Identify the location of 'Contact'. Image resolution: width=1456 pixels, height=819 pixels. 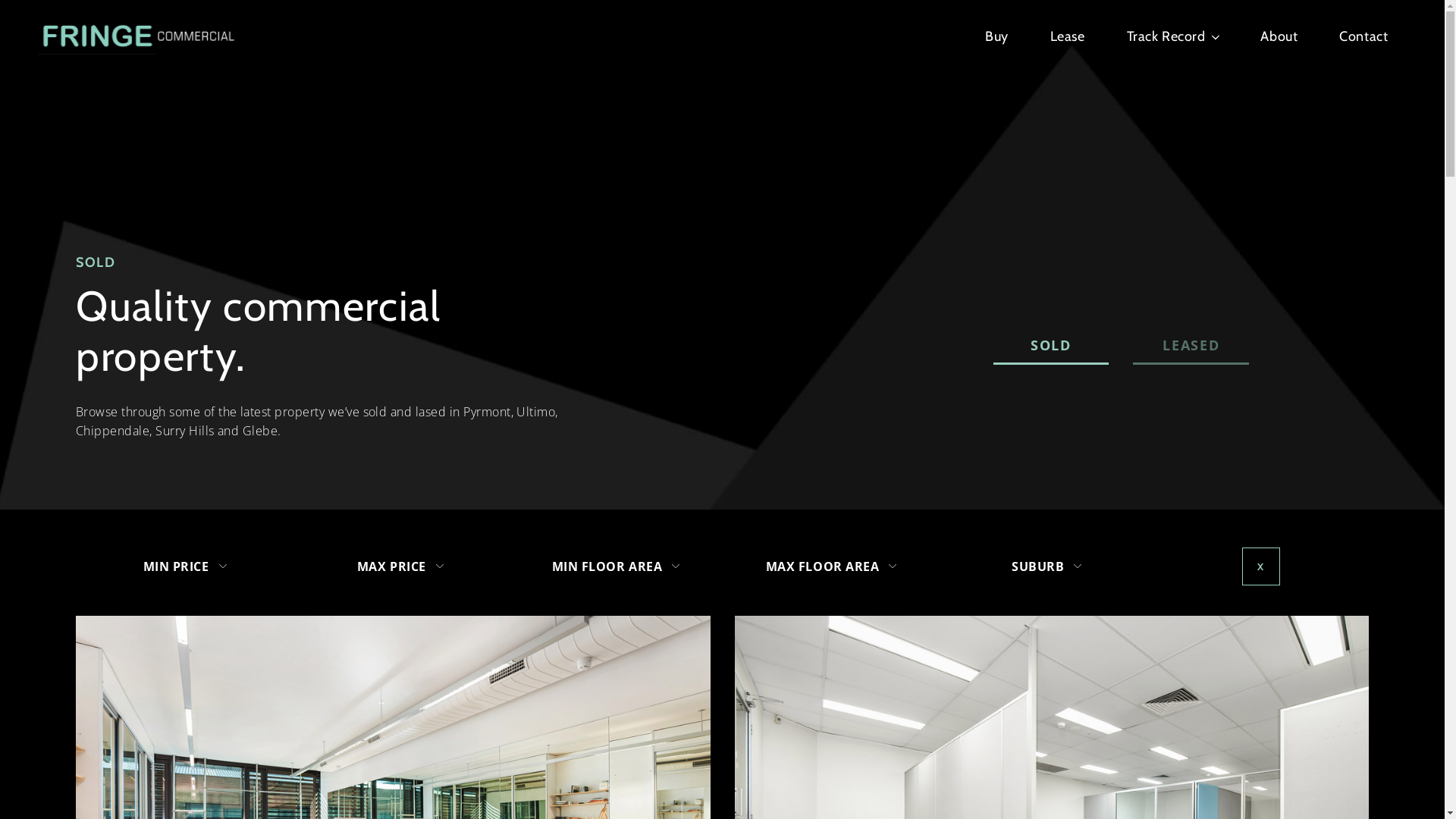
(1363, 36).